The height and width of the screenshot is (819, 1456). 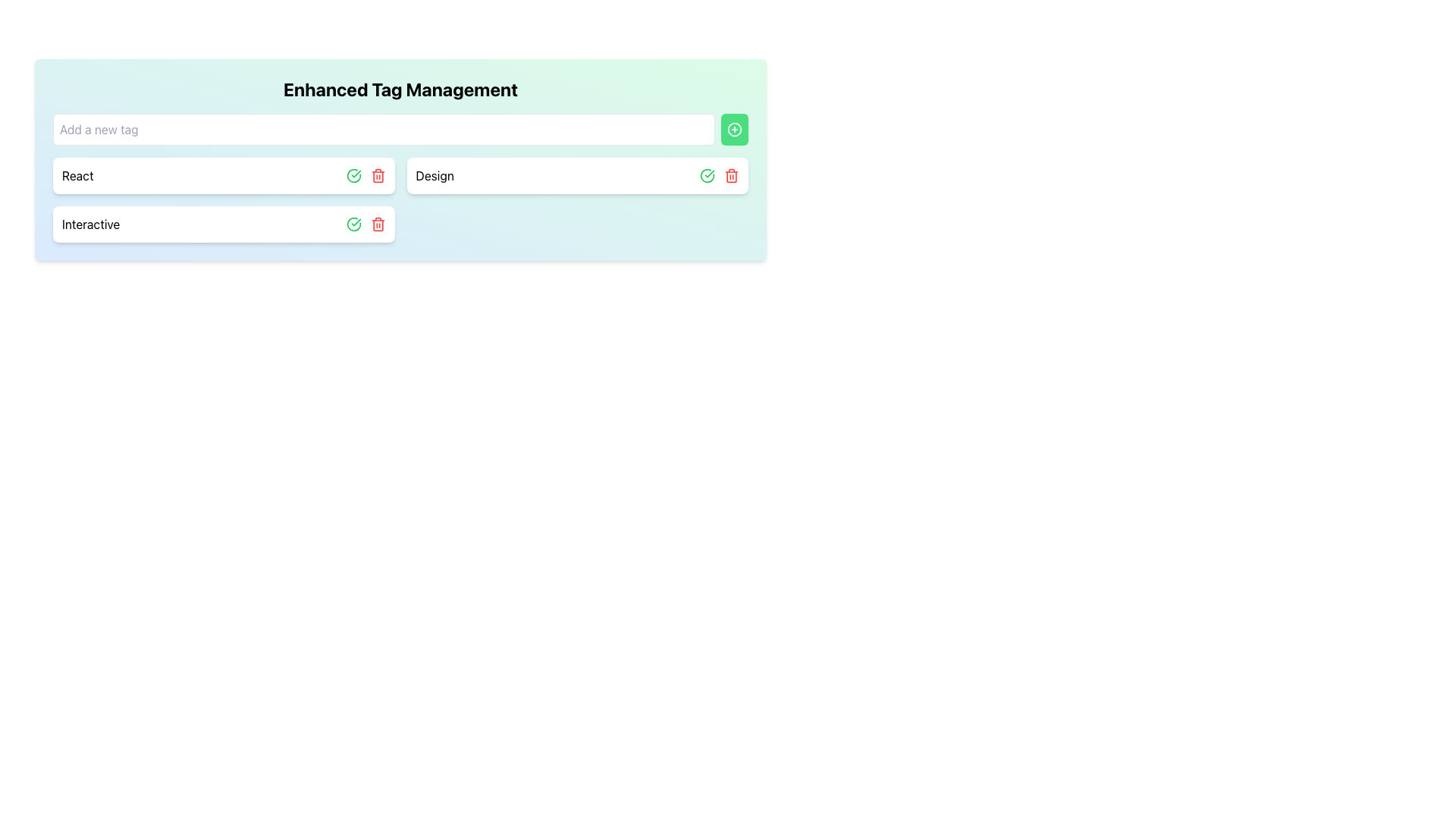 I want to click on the interactive icon embedded in the green button, so click(x=735, y=128).